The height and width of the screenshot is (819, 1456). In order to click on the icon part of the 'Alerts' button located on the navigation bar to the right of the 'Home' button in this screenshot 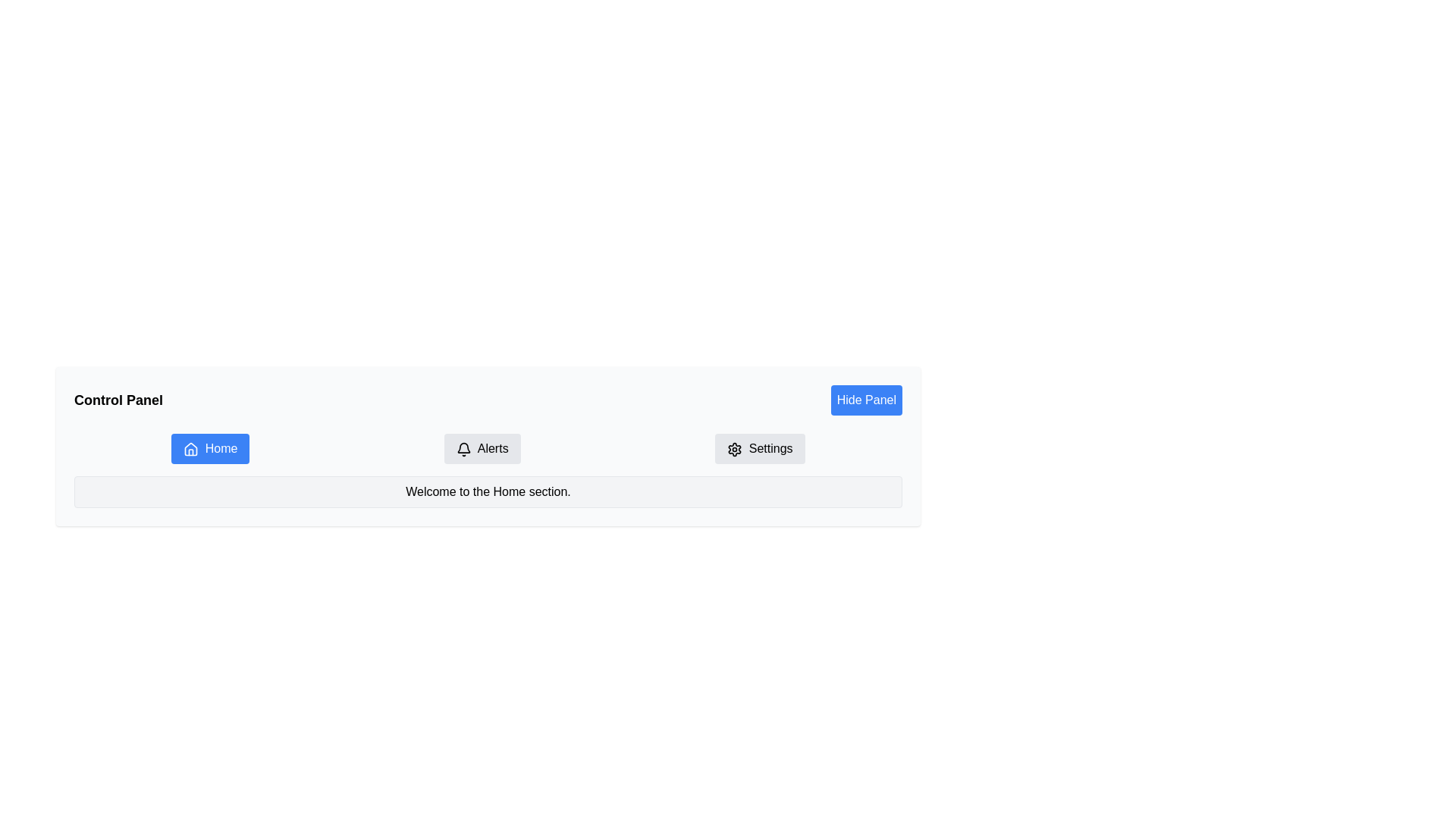, I will do `click(463, 447)`.